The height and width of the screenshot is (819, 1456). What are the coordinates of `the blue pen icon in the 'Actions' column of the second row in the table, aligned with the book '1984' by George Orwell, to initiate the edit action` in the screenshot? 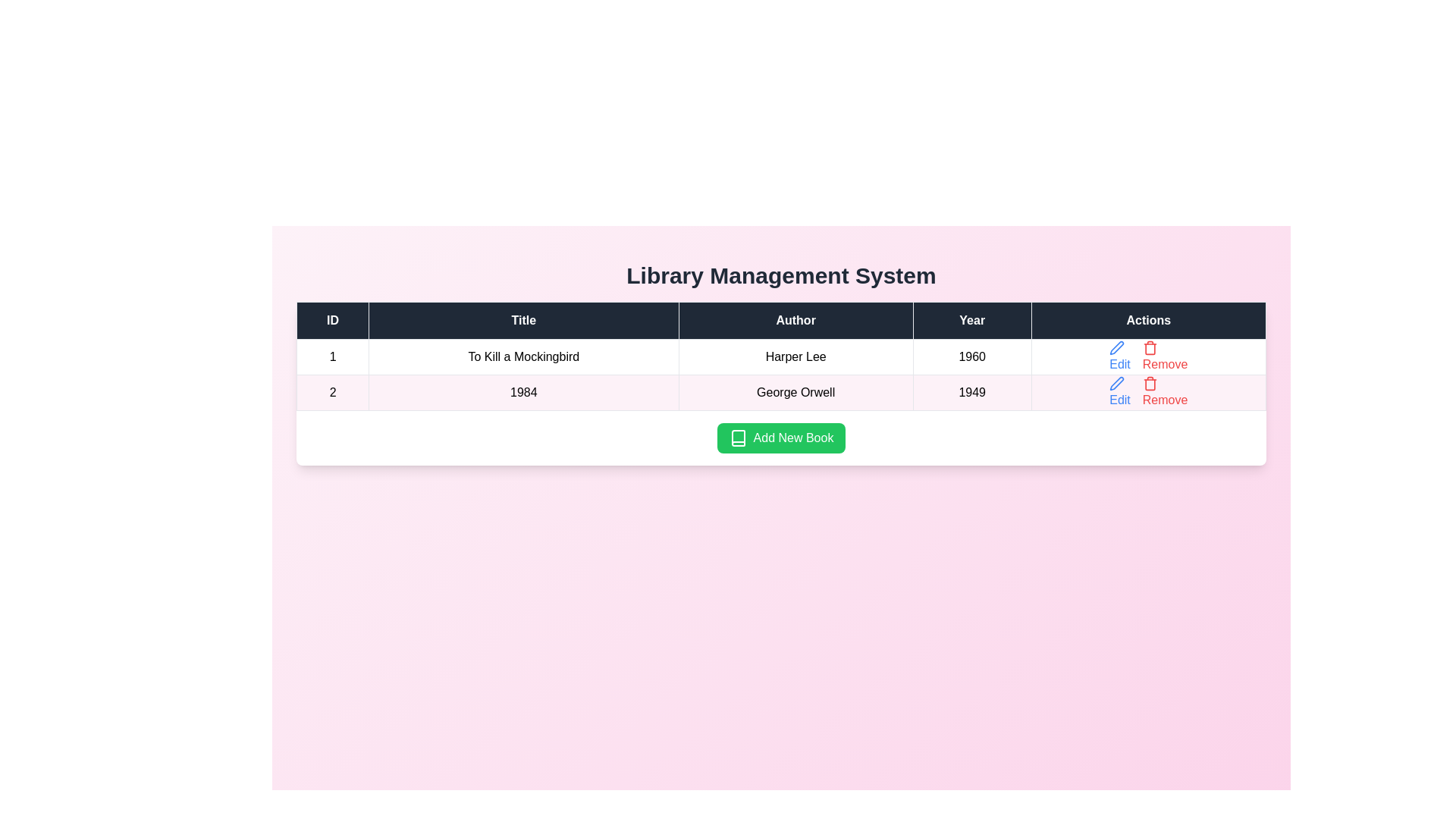 It's located at (1117, 382).